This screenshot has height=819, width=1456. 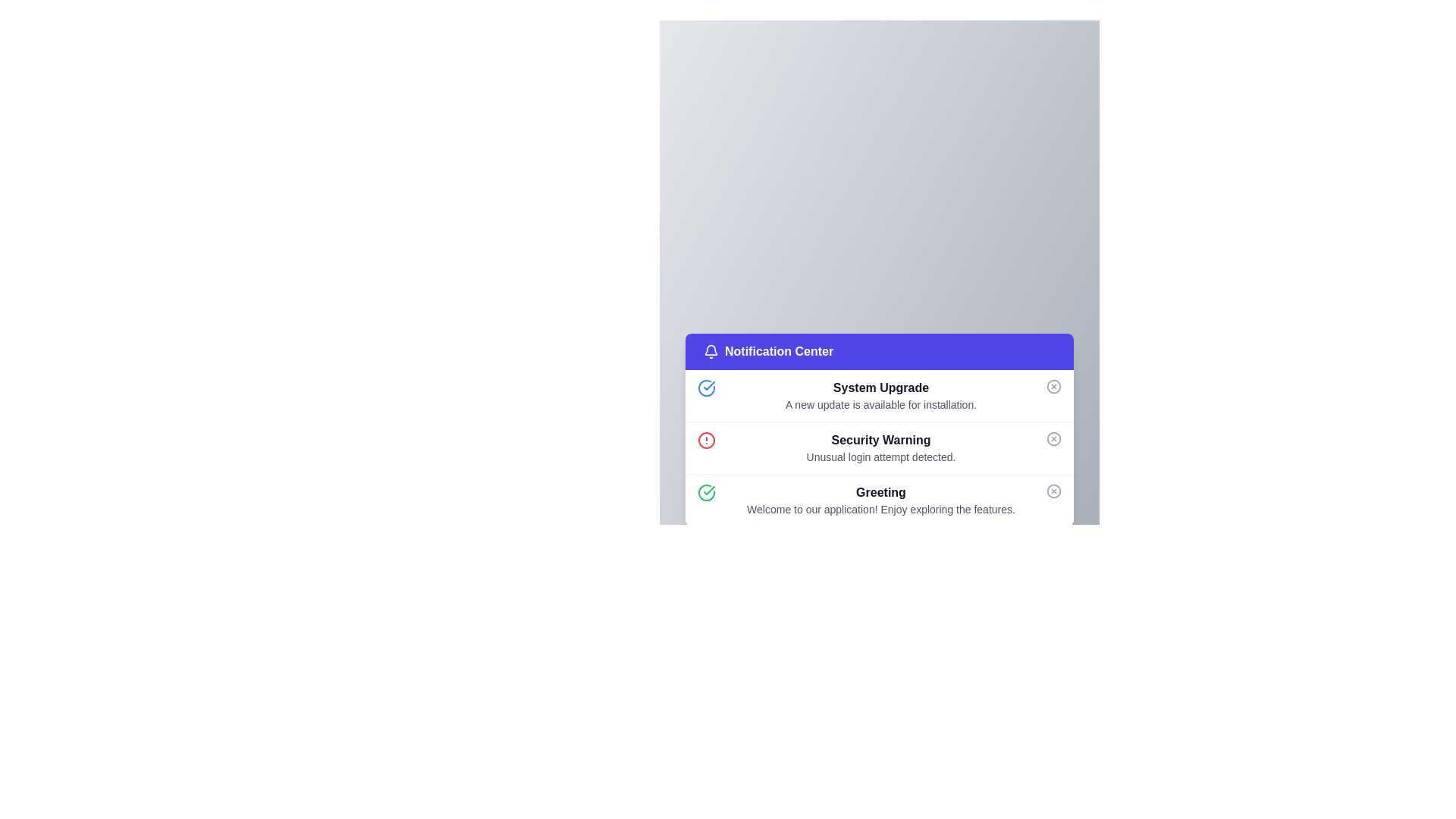 I want to click on the static text element that informs the user about a system update, located below the 'System Upgrade' heading in the notification item, so click(x=880, y=403).